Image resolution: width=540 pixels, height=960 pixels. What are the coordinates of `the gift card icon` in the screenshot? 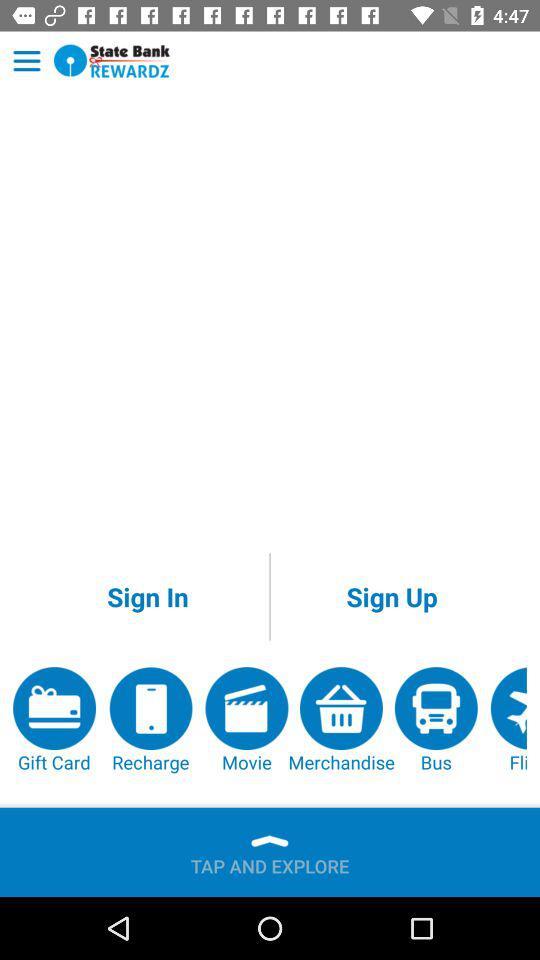 It's located at (54, 720).